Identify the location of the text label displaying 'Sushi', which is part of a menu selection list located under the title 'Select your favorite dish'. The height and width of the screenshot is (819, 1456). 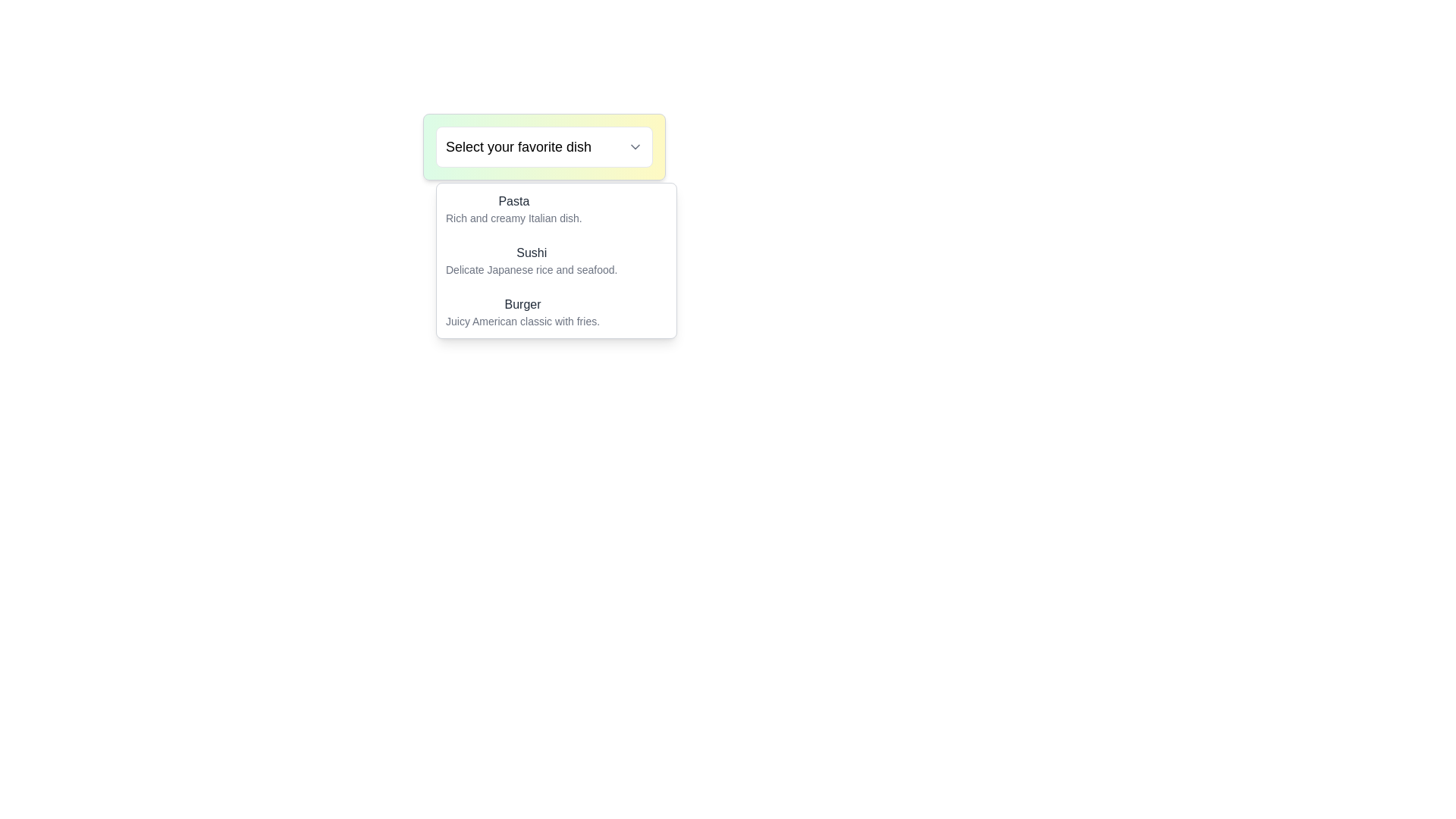
(532, 253).